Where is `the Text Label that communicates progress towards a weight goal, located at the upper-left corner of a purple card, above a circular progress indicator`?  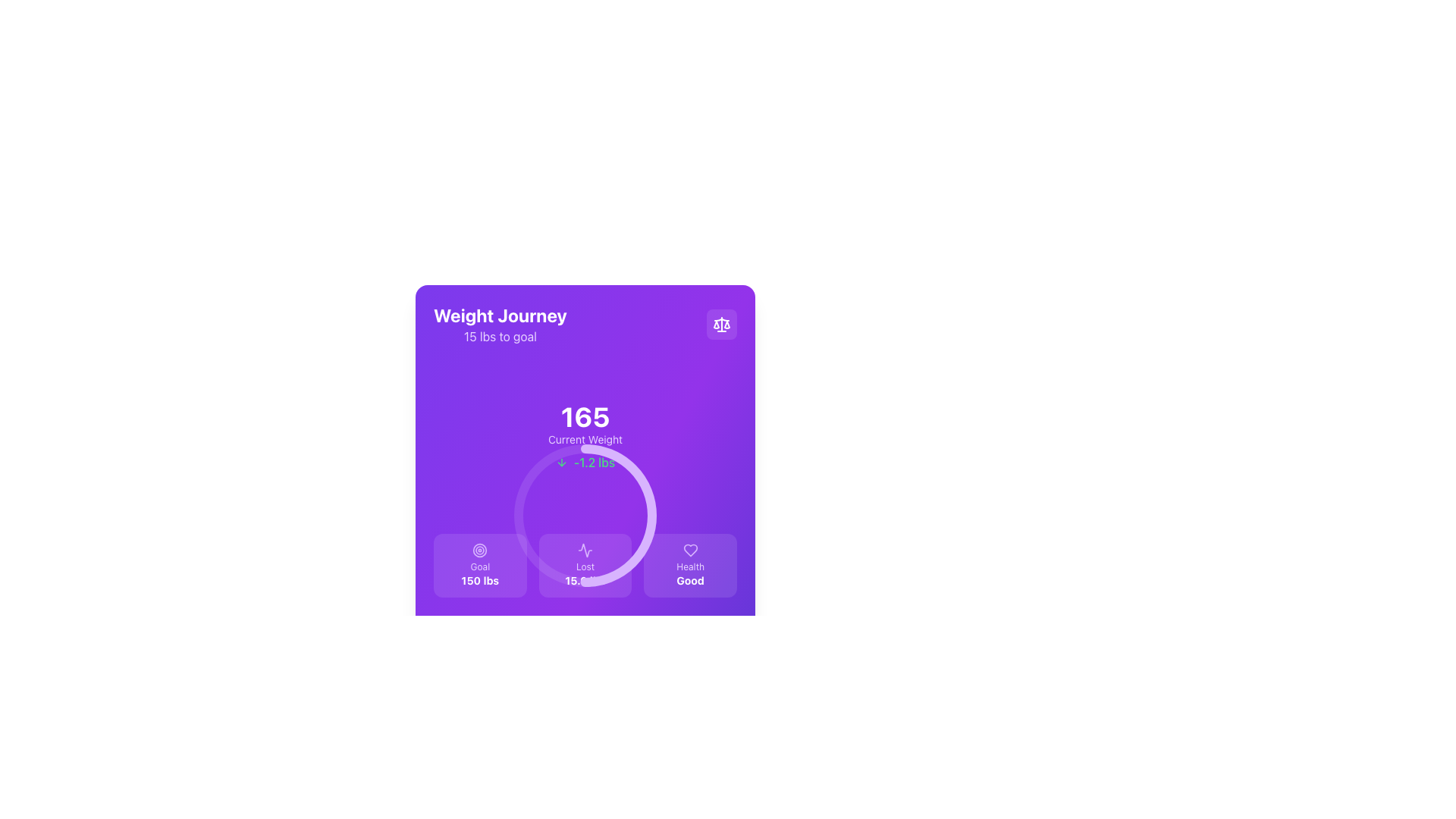 the Text Label that communicates progress towards a weight goal, located at the upper-left corner of a purple card, above a circular progress indicator is located at coordinates (500, 324).